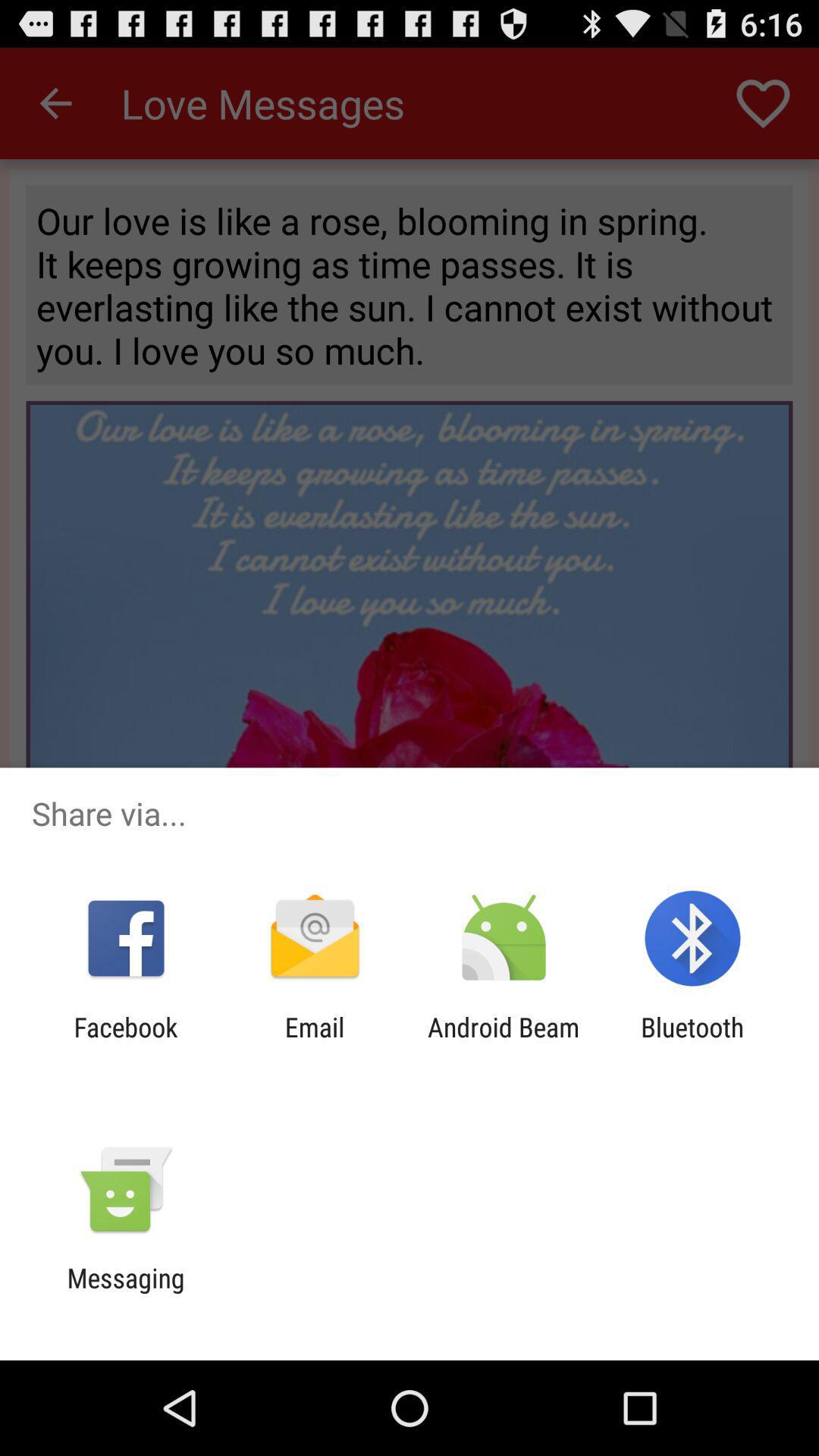 This screenshot has width=819, height=1456. I want to click on the app next to the bluetooth app, so click(504, 1042).